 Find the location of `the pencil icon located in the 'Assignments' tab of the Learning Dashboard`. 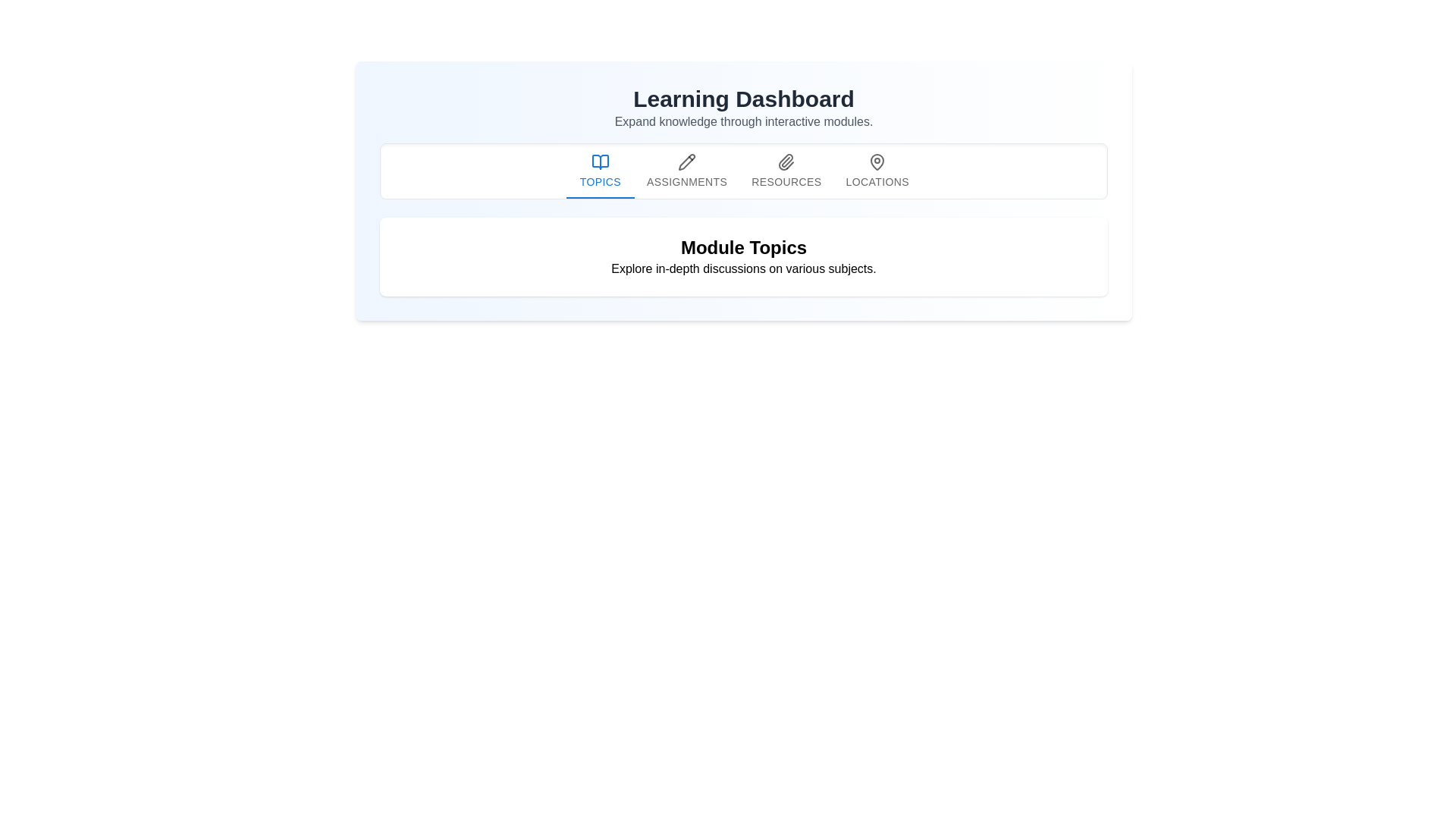

the pencil icon located in the 'Assignments' tab of the Learning Dashboard is located at coordinates (686, 162).